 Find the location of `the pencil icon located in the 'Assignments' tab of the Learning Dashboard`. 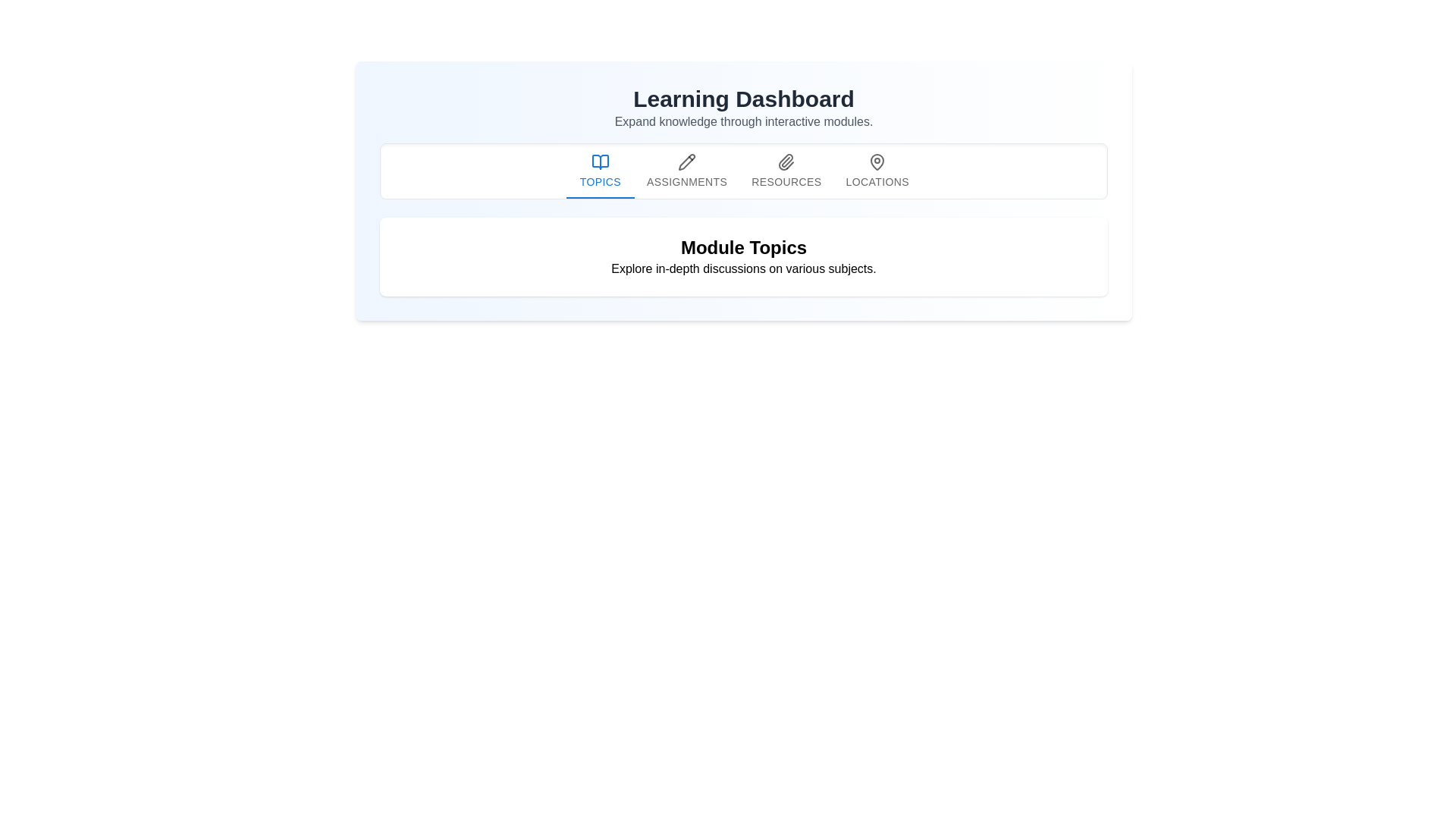

the pencil icon located in the 'Assignments' tab of the Learning Dashboard is located at coordinates (686, 162).